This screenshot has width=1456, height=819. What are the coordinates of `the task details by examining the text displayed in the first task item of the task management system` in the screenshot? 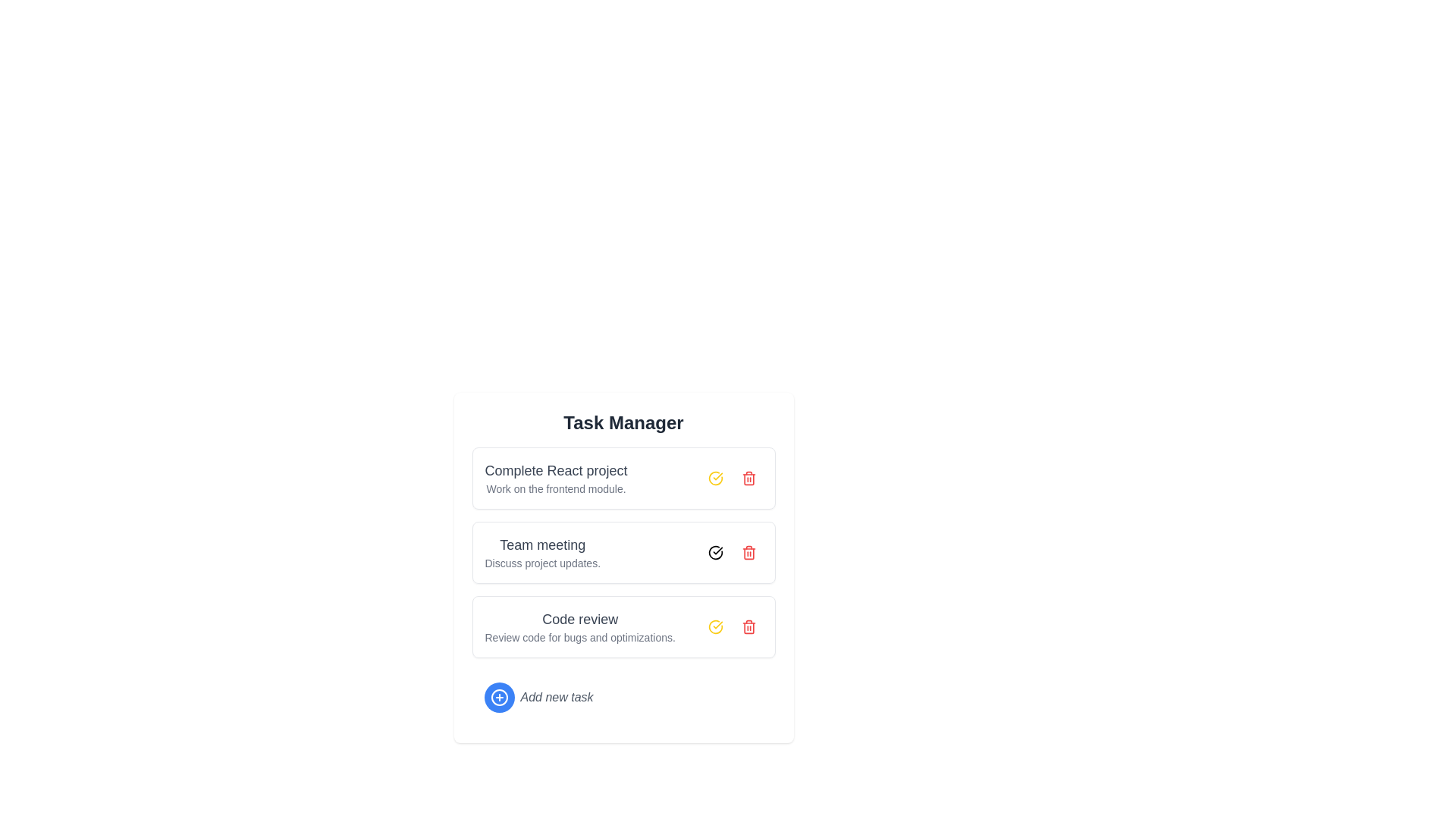 It's located at (555, 479).